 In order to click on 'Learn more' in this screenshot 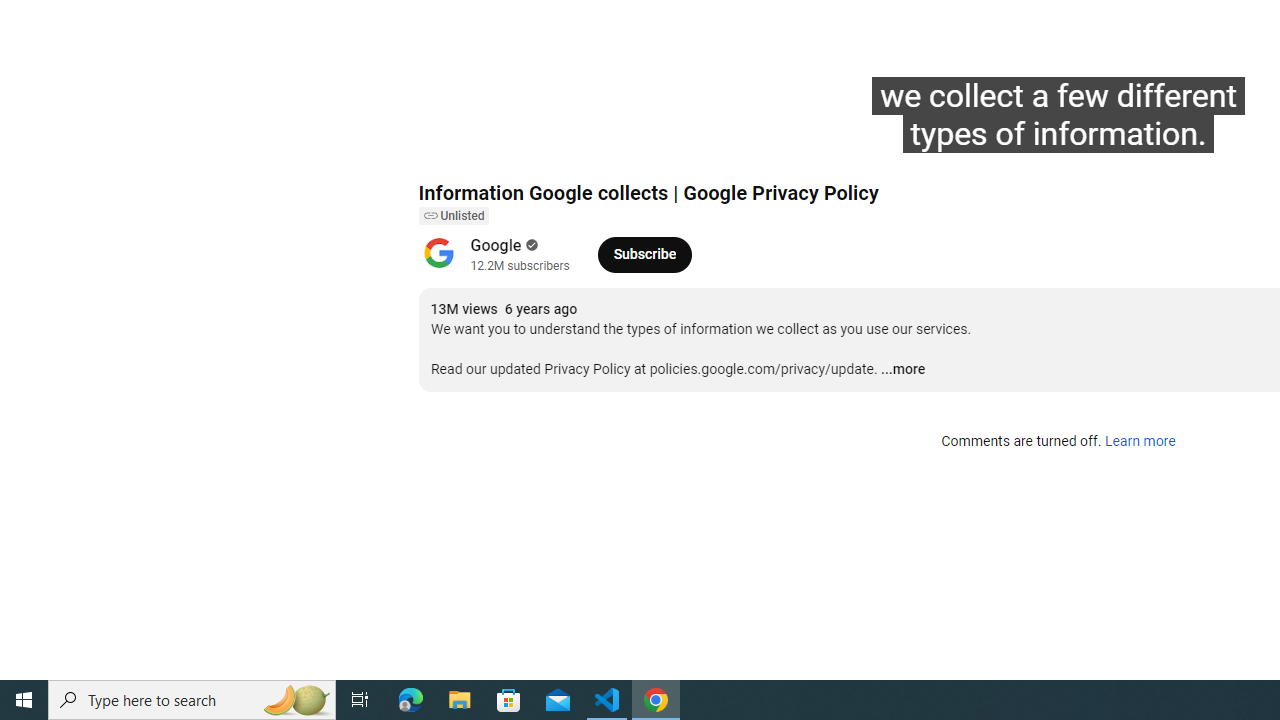, I will do `click(1139, 441)`.